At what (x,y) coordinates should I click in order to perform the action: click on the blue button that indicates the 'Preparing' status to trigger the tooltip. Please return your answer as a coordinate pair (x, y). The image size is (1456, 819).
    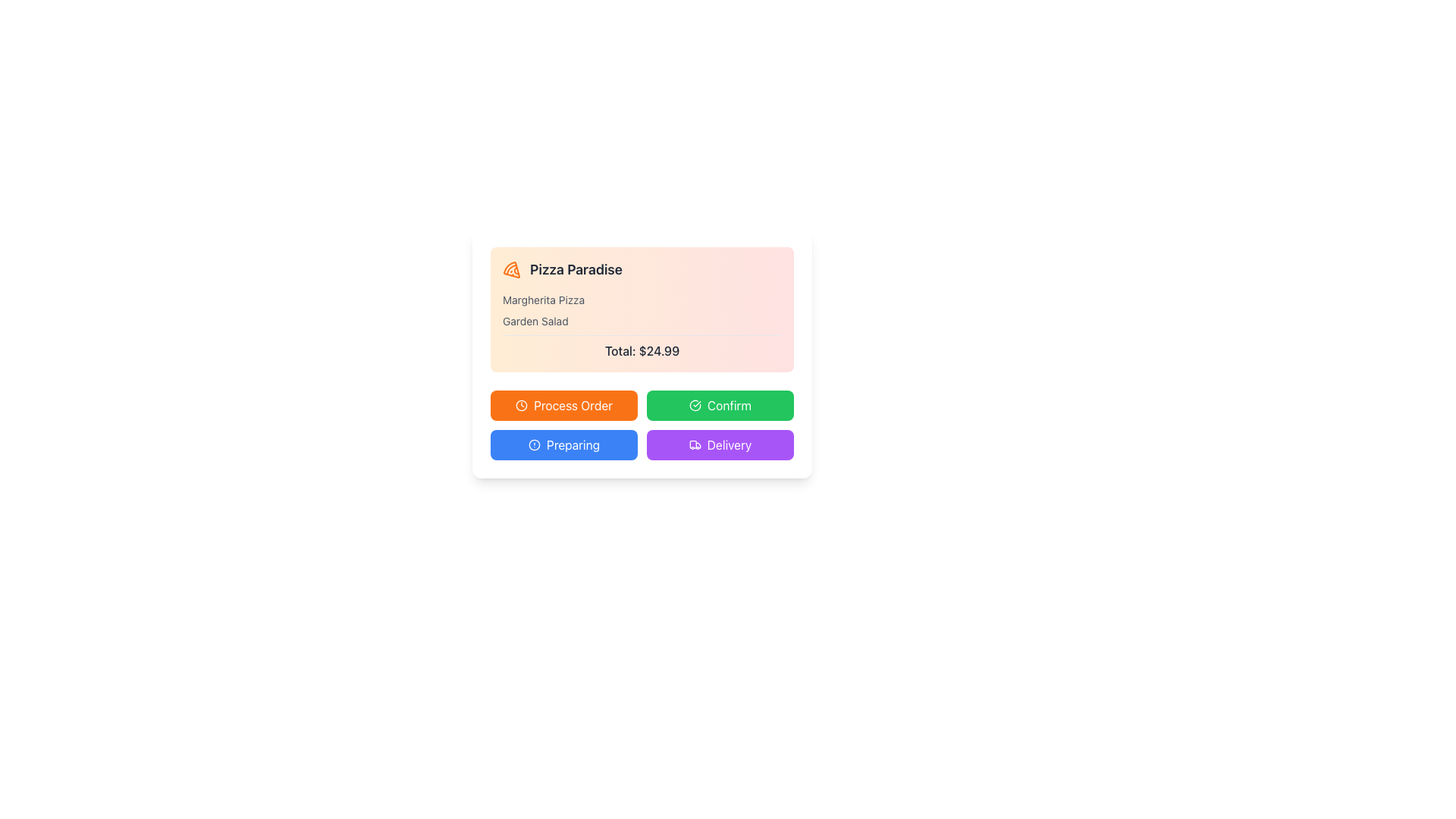
    Looking at the image, I should click on (572, 444).